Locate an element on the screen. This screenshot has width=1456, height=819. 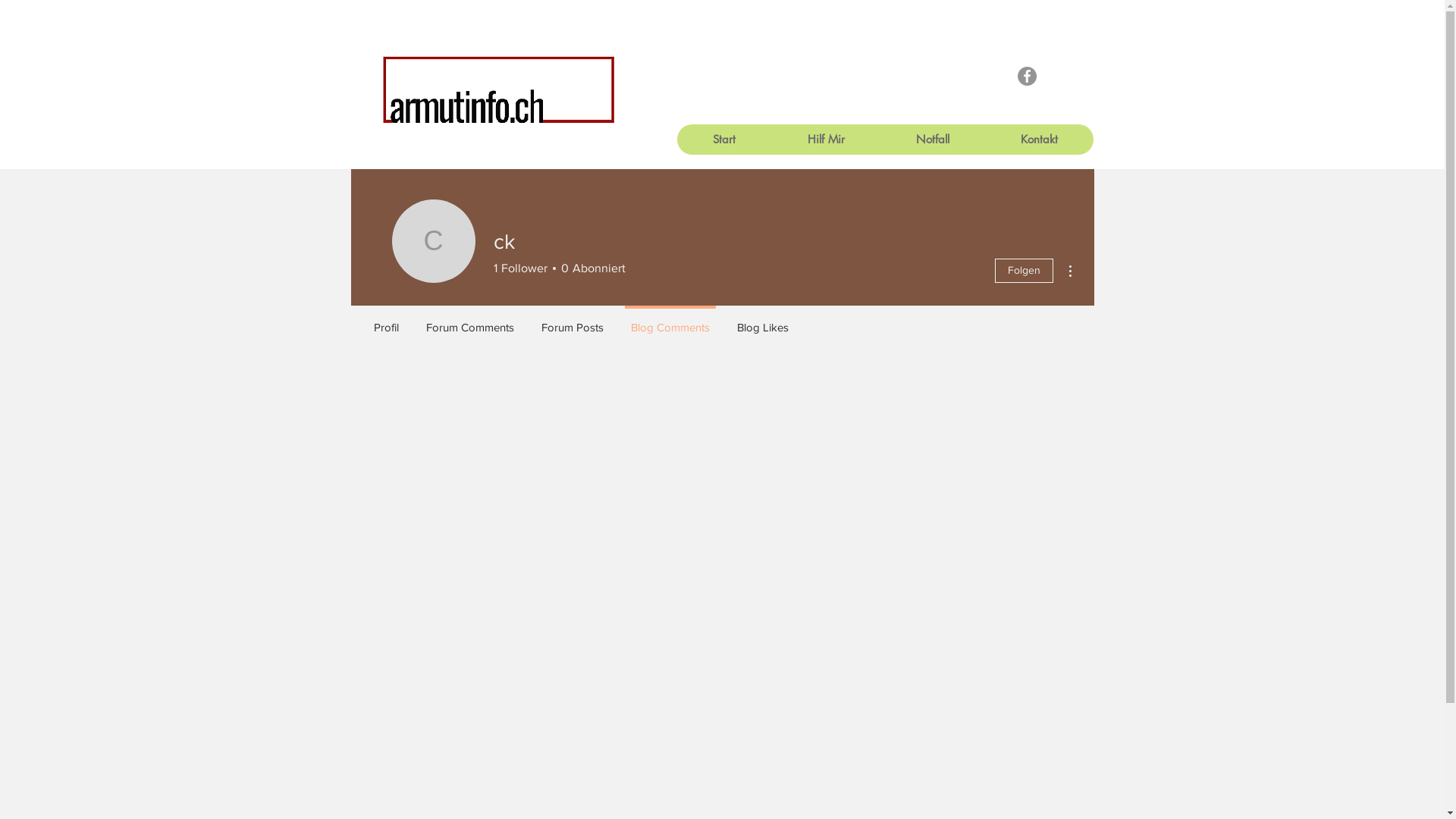
'Notfall' is located at coordinates (930, 140).